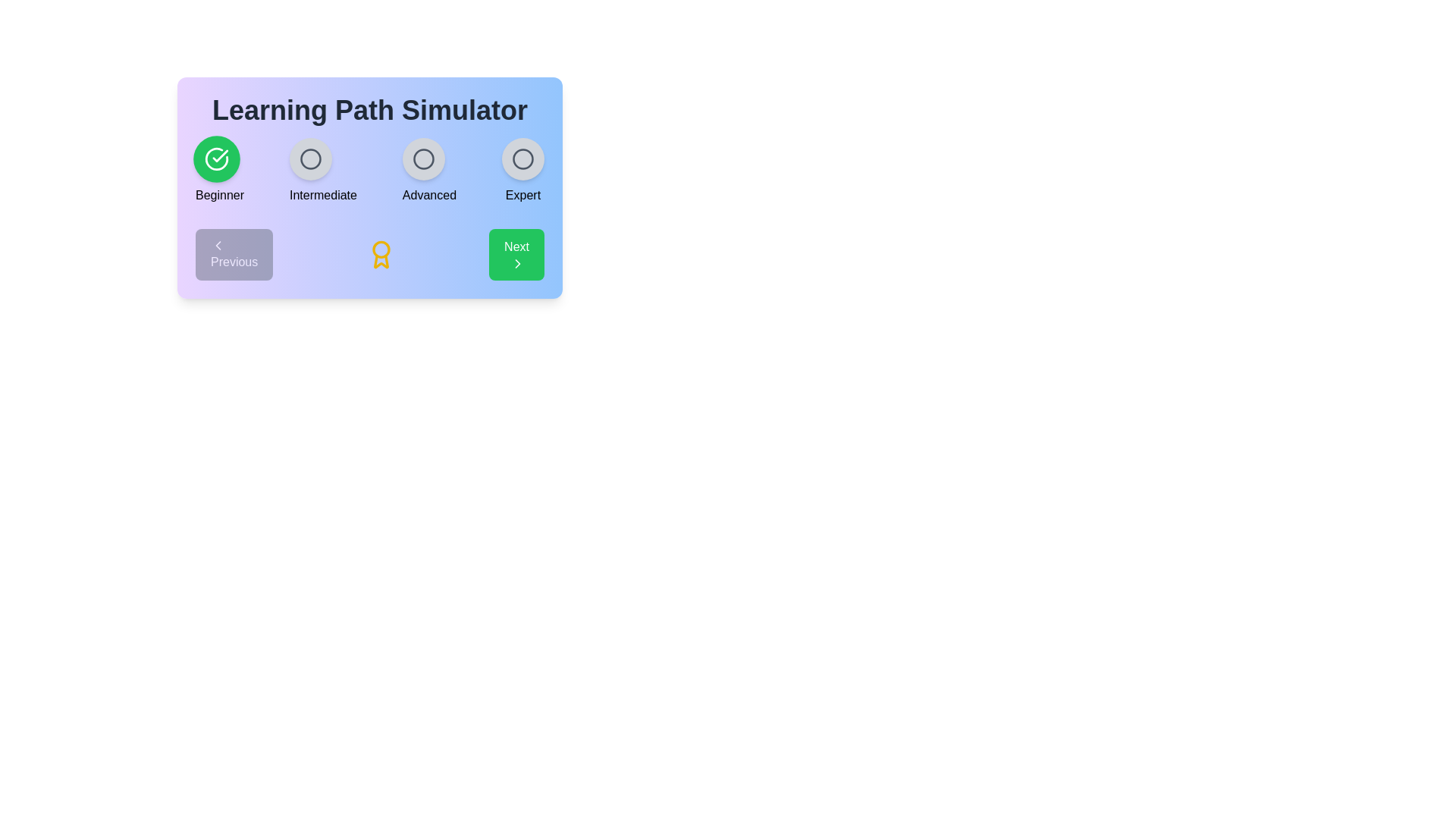 This screenshot has height=819, width=1456. I want to click on the circular green icon with a checkmark indicating selection, located to the left of the 'Beginner' text in the top-left region of the user interface, so click(216, 158).